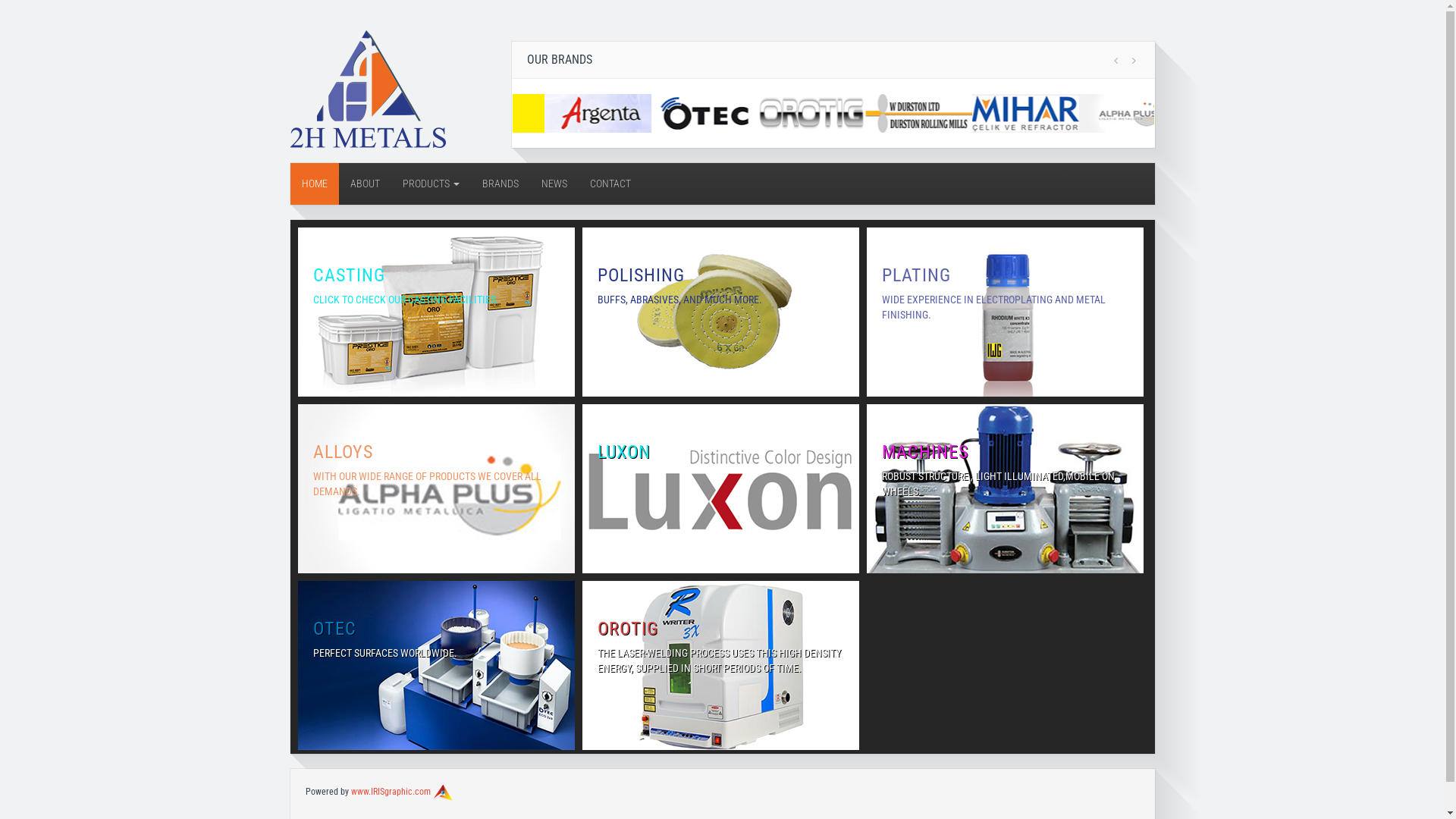 This screenshot has width=1456, height=819. Describe the element at coordinates (312, 183) in the screenshot. I see `'HOME'` at that location.